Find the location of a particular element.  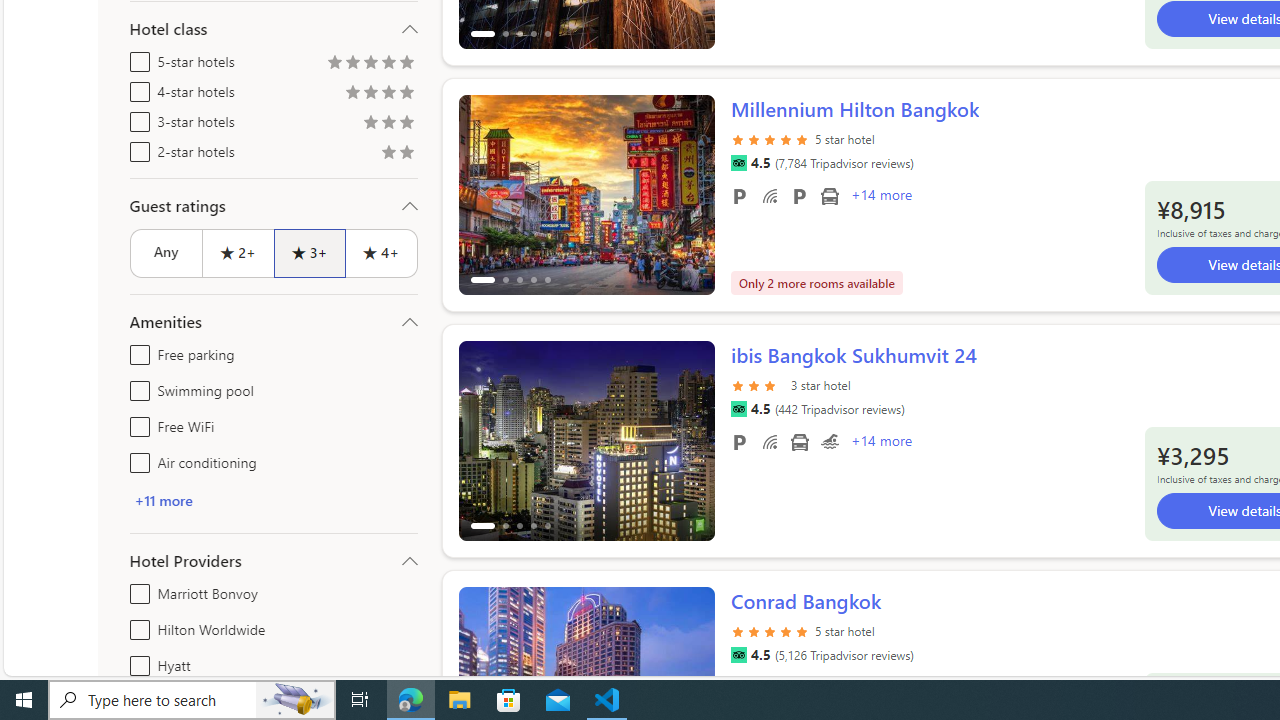

'3+' is located at coordinates (308, 252).